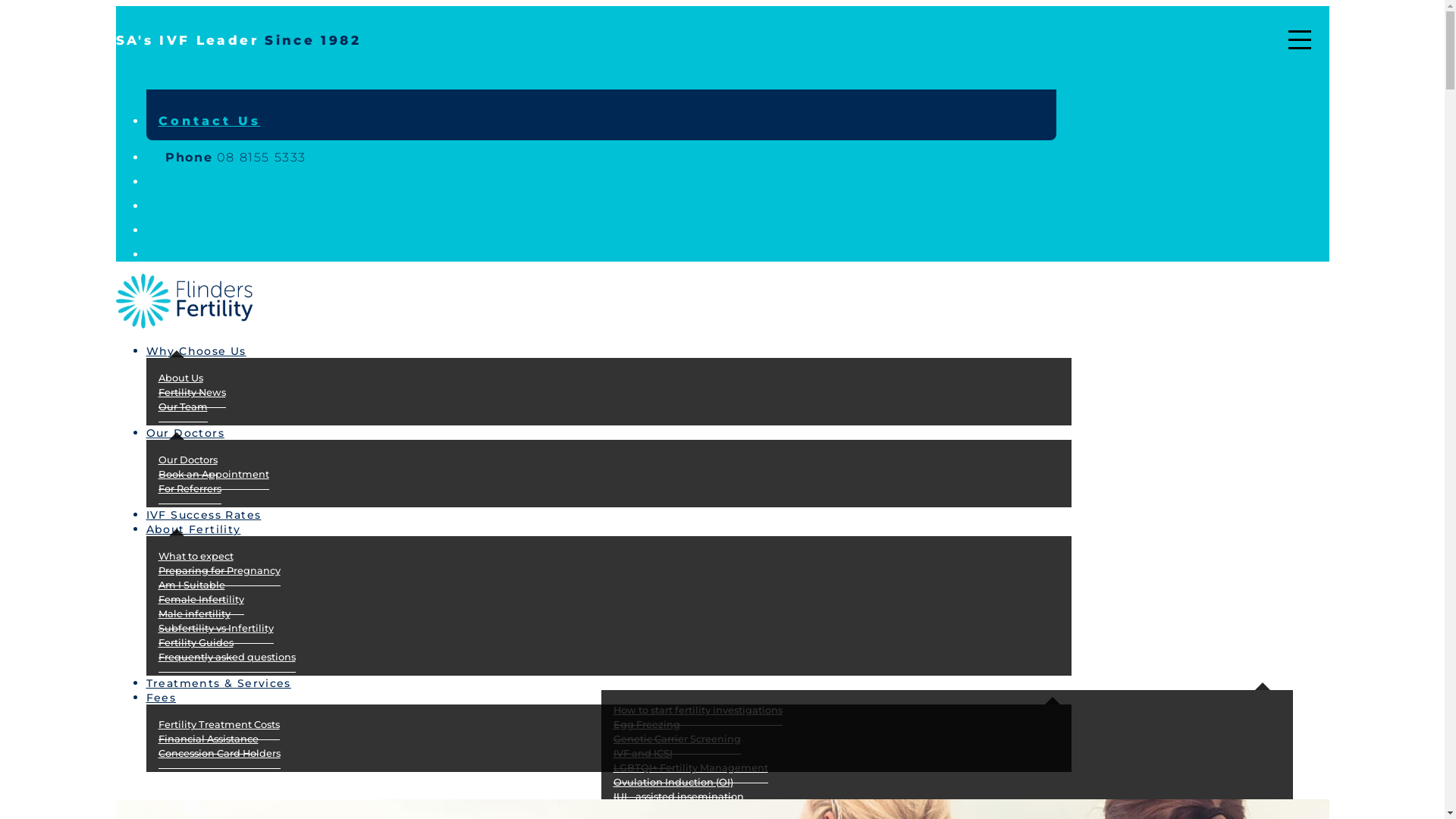 Image resolution: width=1456 pixels, height=819 pixels. Describe the element at coordinates (182, 406) in the screenshot. I see `'Our Team'` at that location.